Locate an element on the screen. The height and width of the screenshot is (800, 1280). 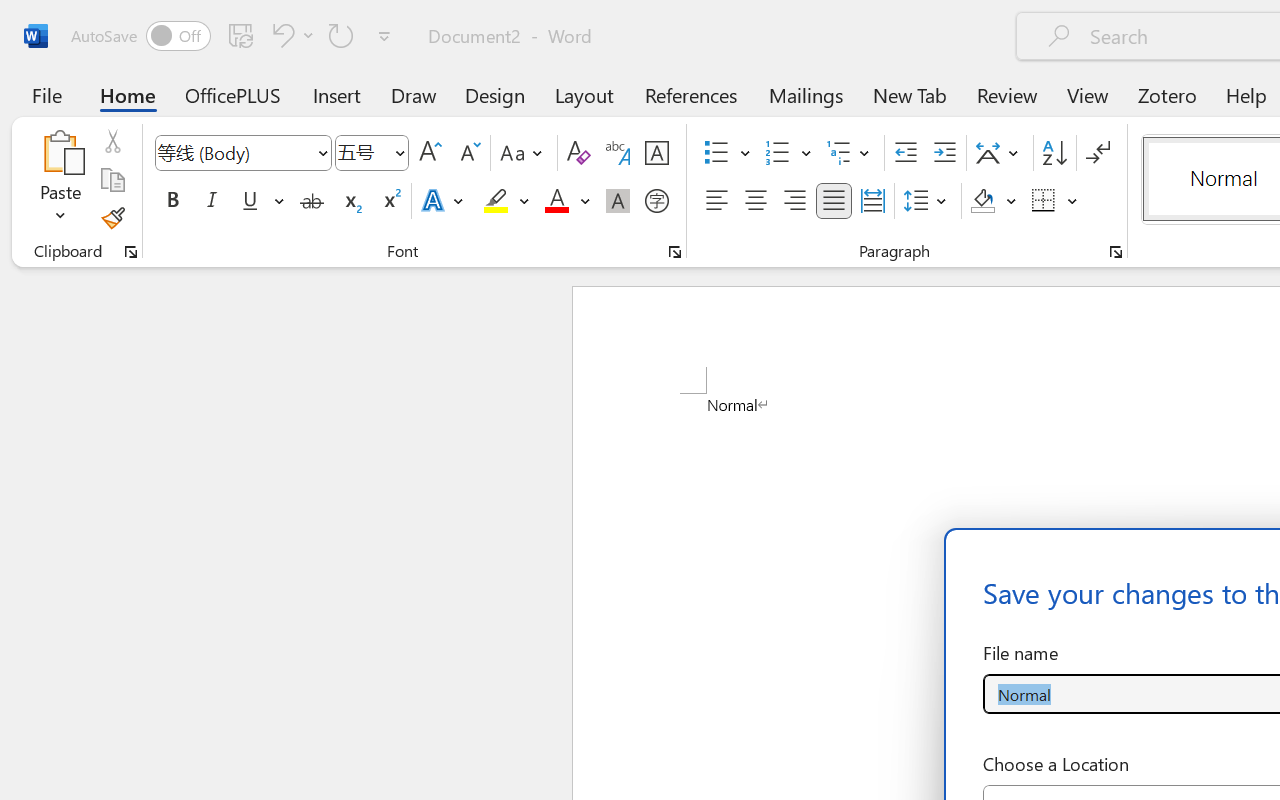
'Distributed' is located at coordinates (872, 201).